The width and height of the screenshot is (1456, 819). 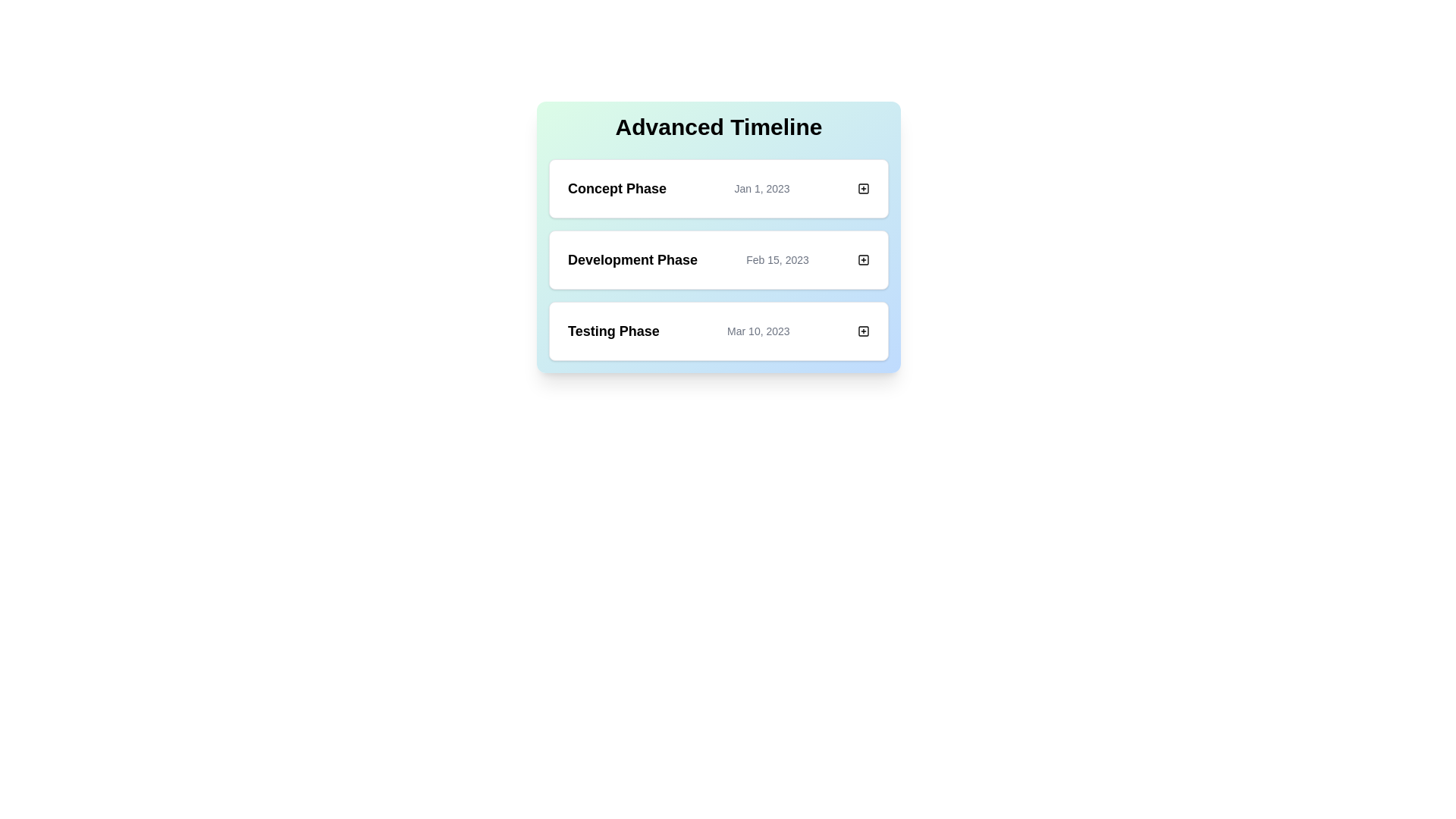 What do you see at coordinates (863, 259) in the screenshot?
I see `the square-shaped plus icon located at the right end of the row containing 'Development Phase' and 'Feb 15, 2023'` at bounding box center [863, 259].